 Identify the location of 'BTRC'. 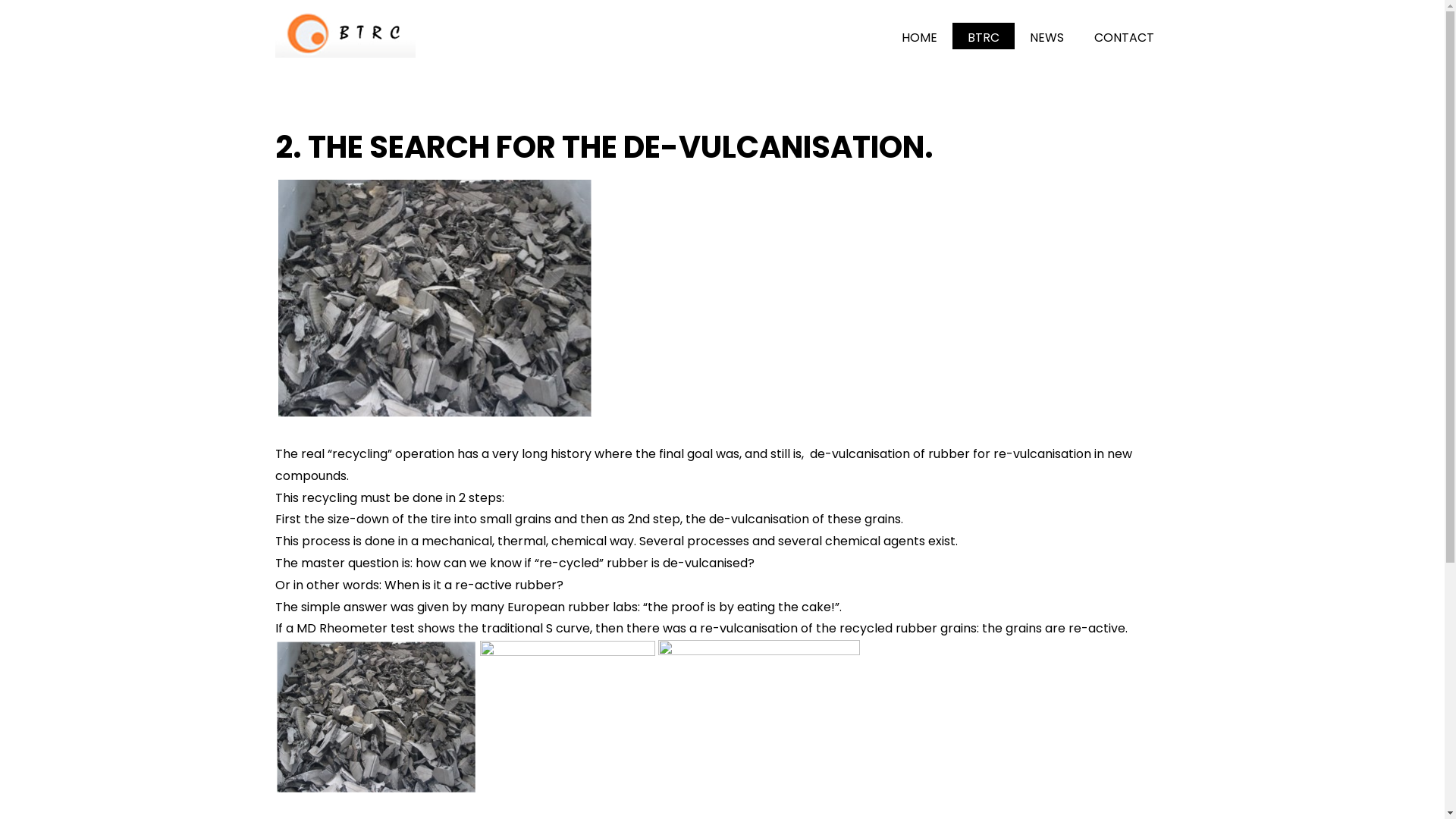
(952, 35).